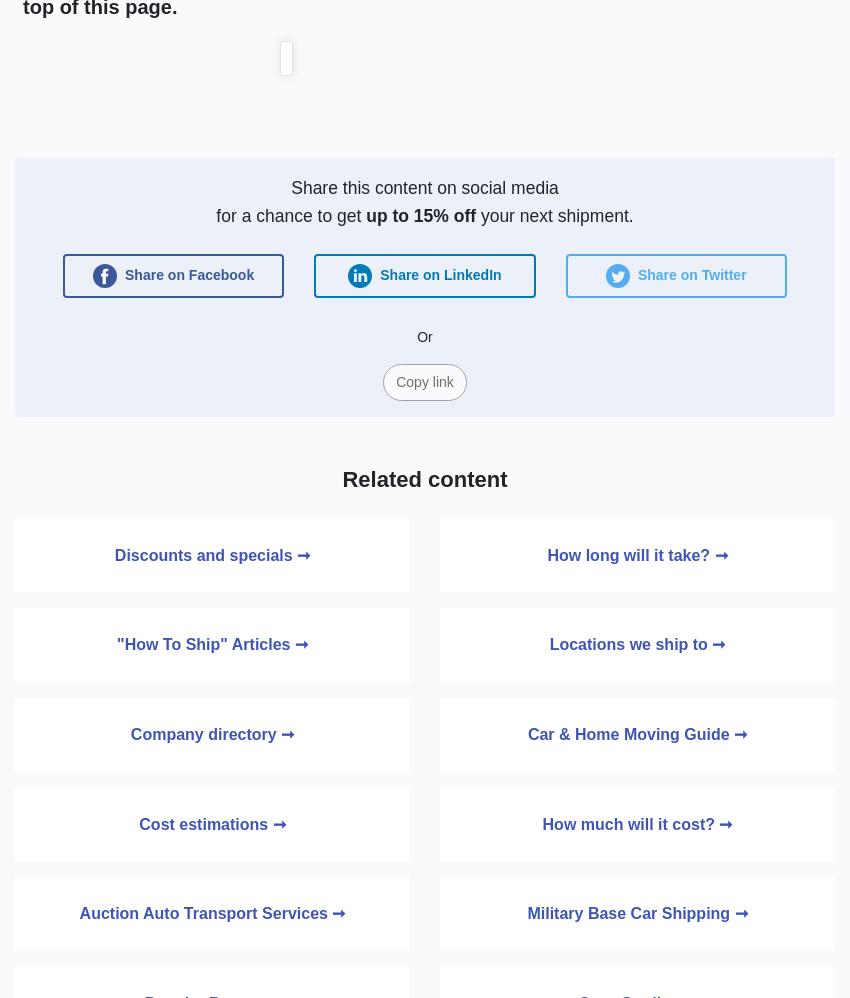  Describe the element at coordinates (375, 272) in the screenshot. I see `'Share on LinkedIn'` at that location.